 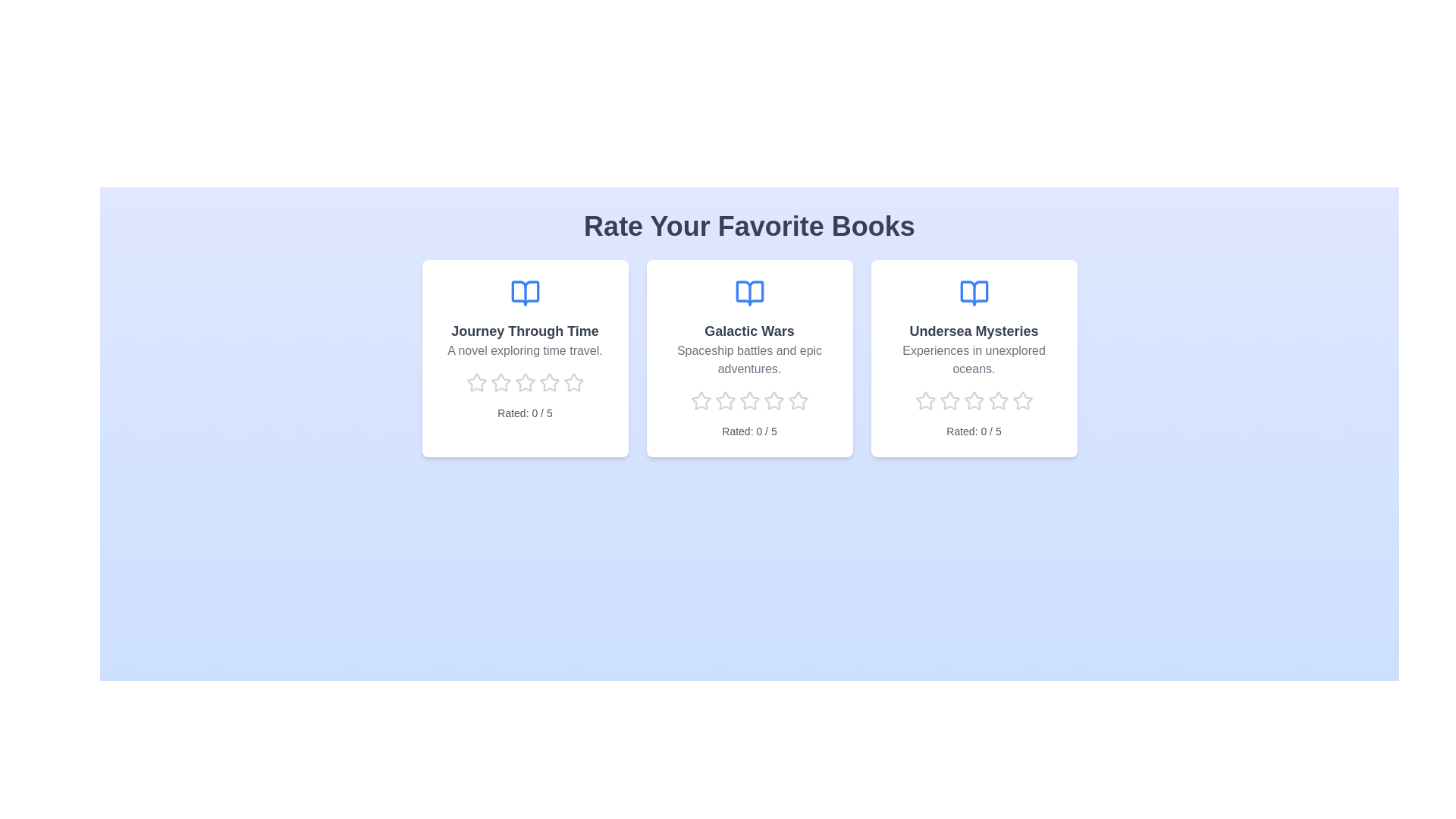 I want to click on the rating of a book to 5 stars by clicking on the corresponding star, so click(x=573, y=382).